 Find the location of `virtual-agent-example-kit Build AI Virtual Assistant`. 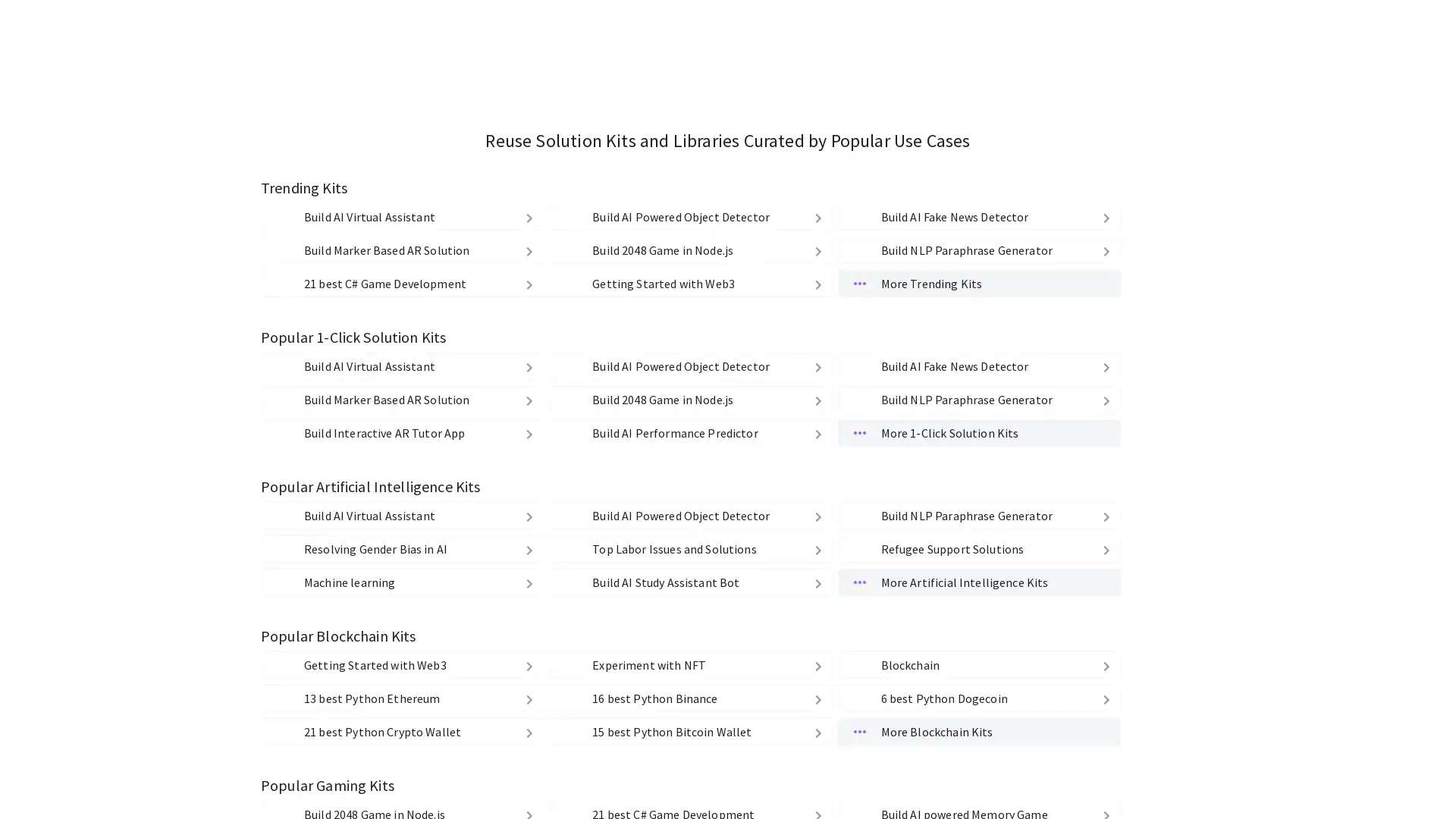

virtual-agent-example-kit Build AI Virtual Assistant is located at coordinates (402, 596).